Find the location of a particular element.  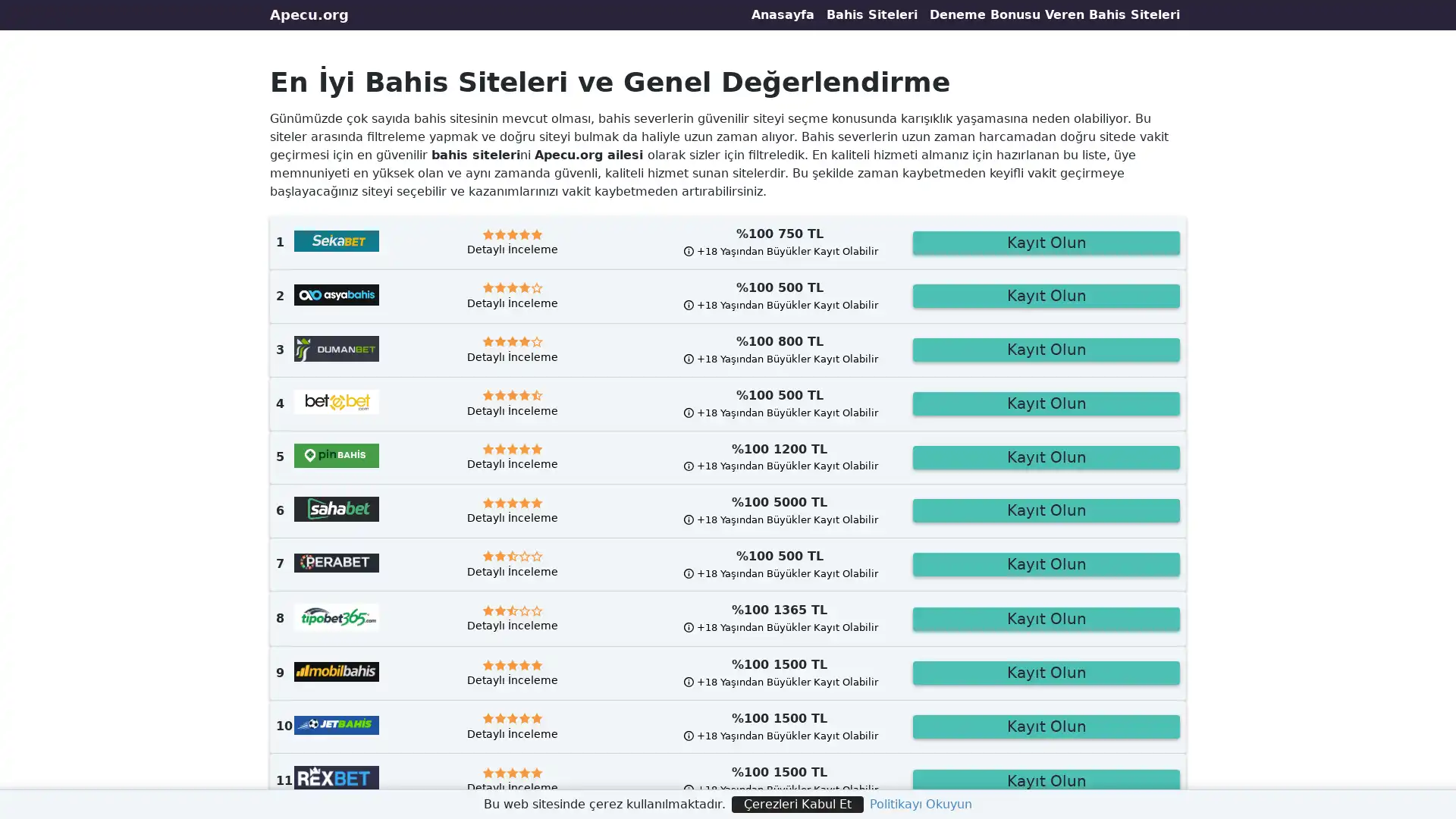

Load terms and conditions is located at coordinates (779, 573).